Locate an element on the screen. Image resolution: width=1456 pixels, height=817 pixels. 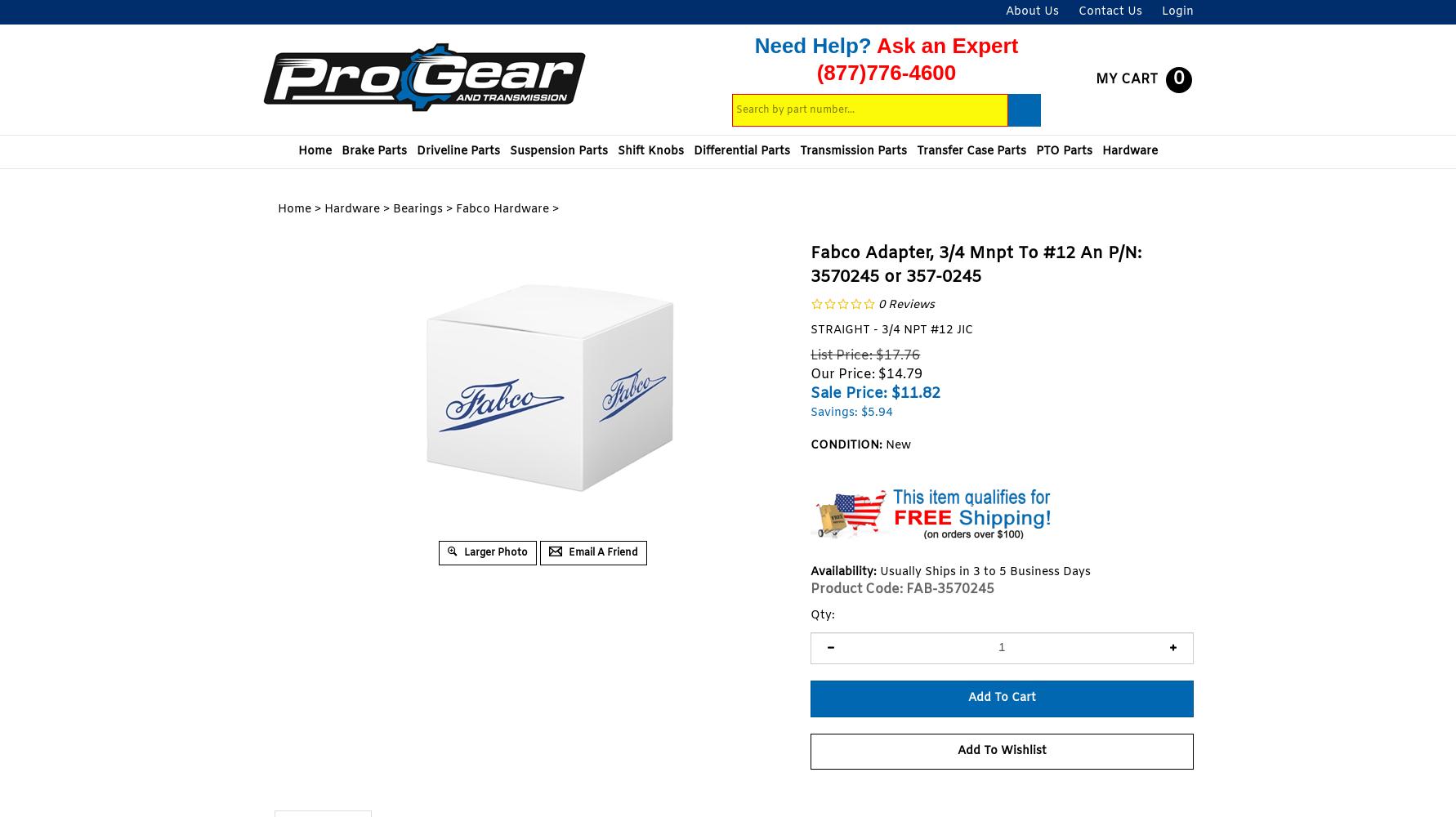
'Brake Parts' is located at coordinates (373, 151).